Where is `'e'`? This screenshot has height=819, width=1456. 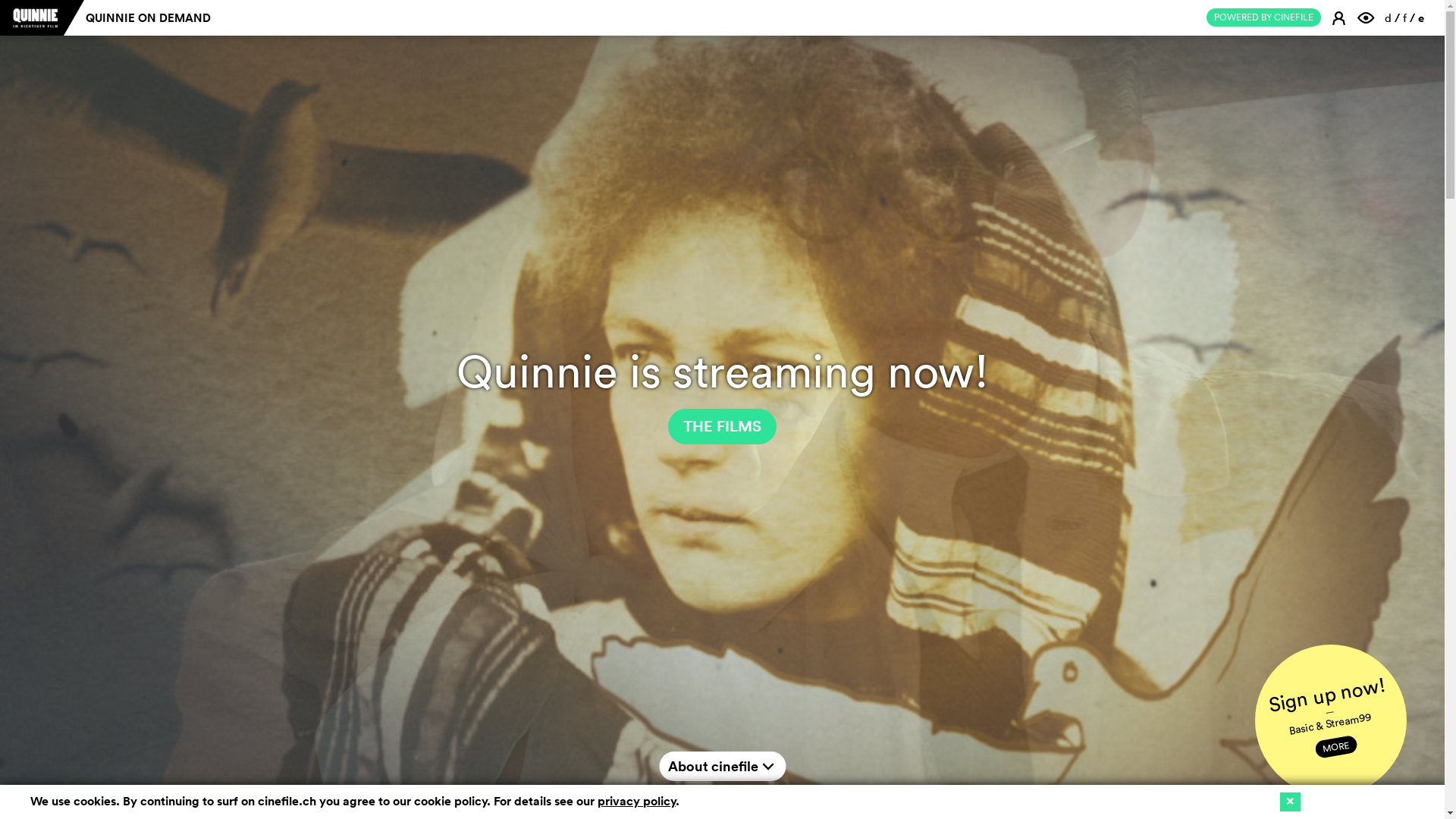
'e' is located at coordinates (1420, 17).